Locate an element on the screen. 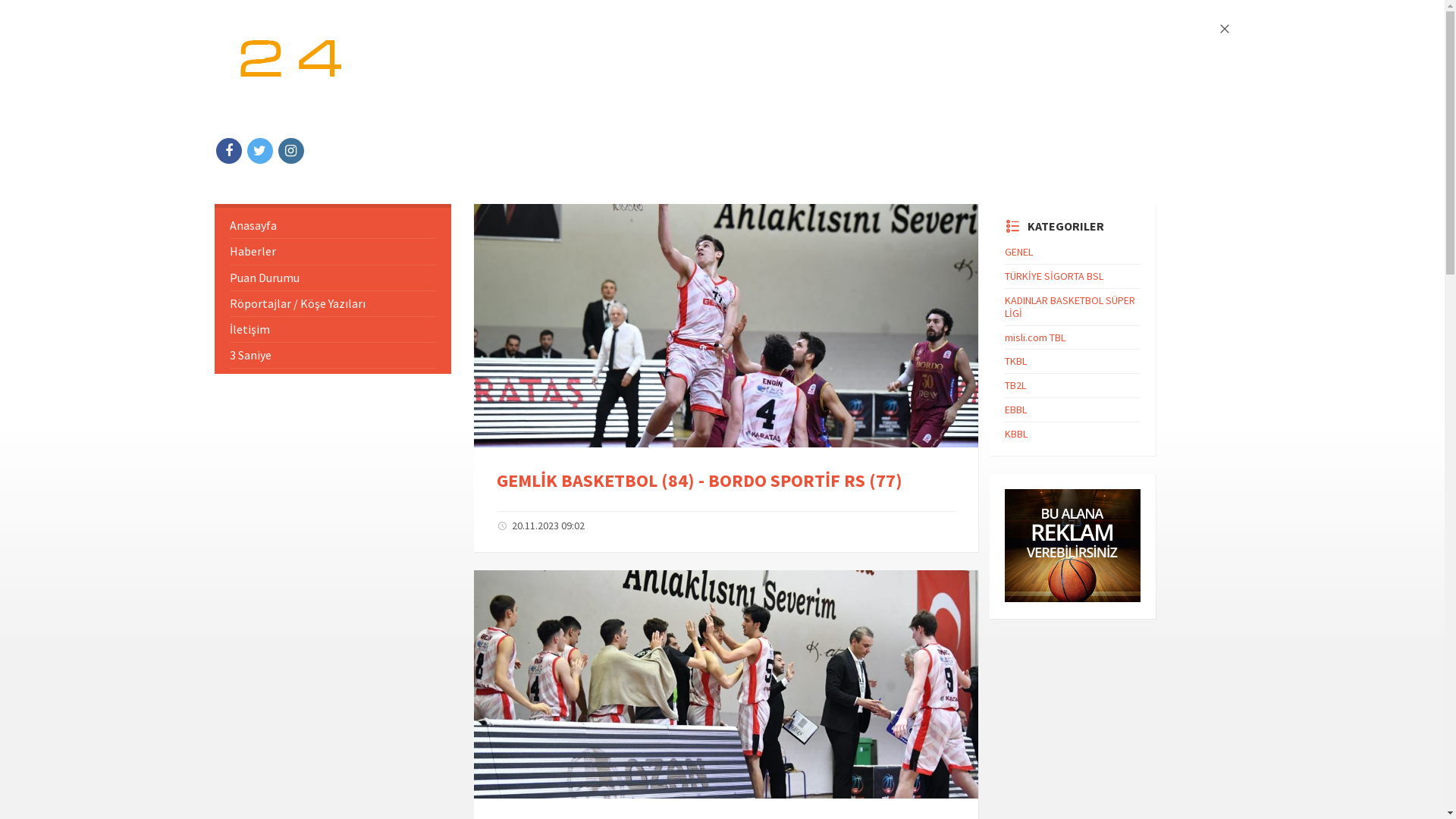  'Anasayfa' is located at coordinates (331, 225).